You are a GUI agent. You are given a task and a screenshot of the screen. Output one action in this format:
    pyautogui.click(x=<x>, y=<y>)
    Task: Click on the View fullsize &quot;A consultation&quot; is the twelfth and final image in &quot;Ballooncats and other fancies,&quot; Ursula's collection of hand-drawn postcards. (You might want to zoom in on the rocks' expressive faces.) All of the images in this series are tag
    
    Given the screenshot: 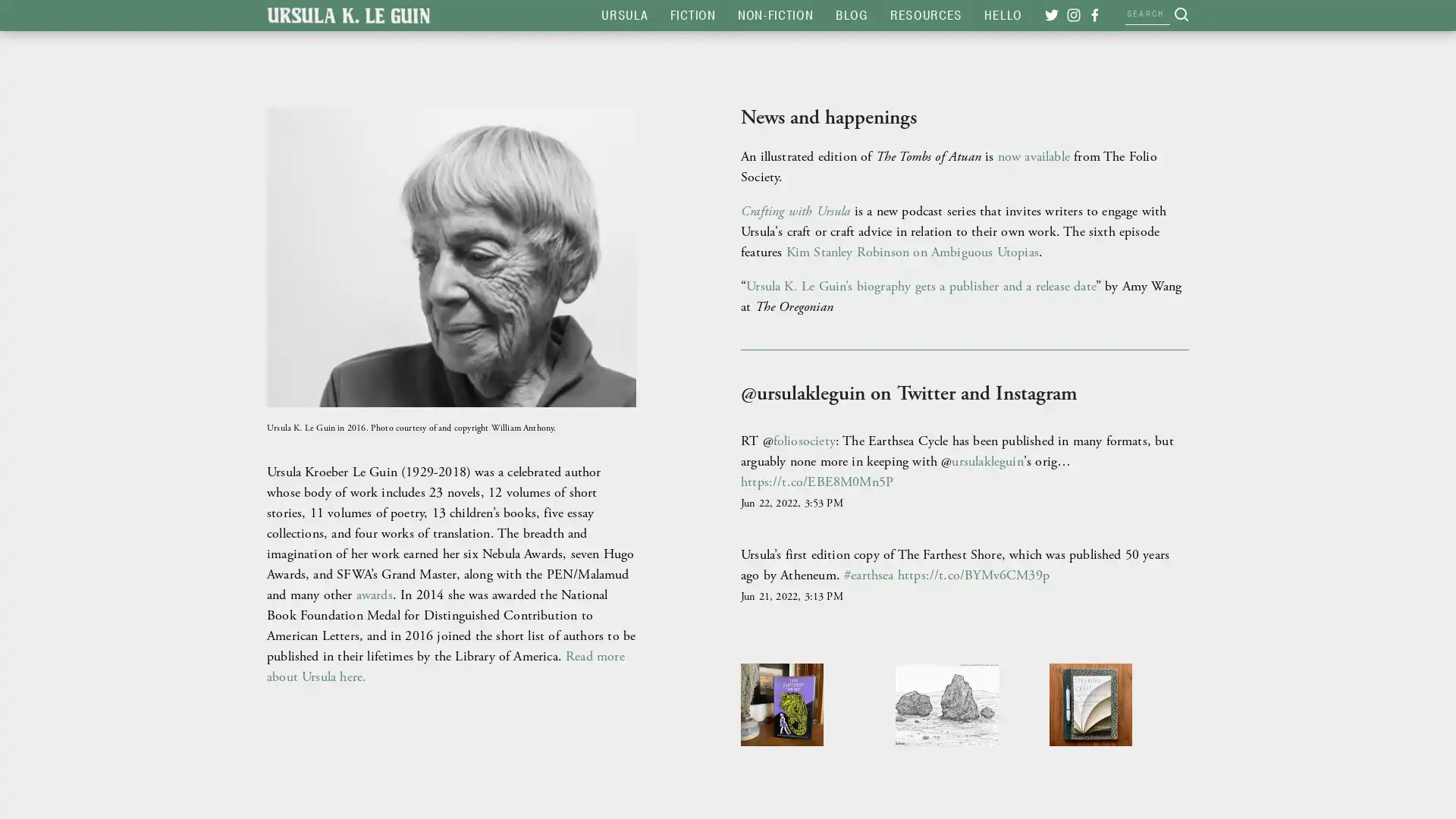 What is the action you would take?
    pyautogui.click(x=964, y=731)
    